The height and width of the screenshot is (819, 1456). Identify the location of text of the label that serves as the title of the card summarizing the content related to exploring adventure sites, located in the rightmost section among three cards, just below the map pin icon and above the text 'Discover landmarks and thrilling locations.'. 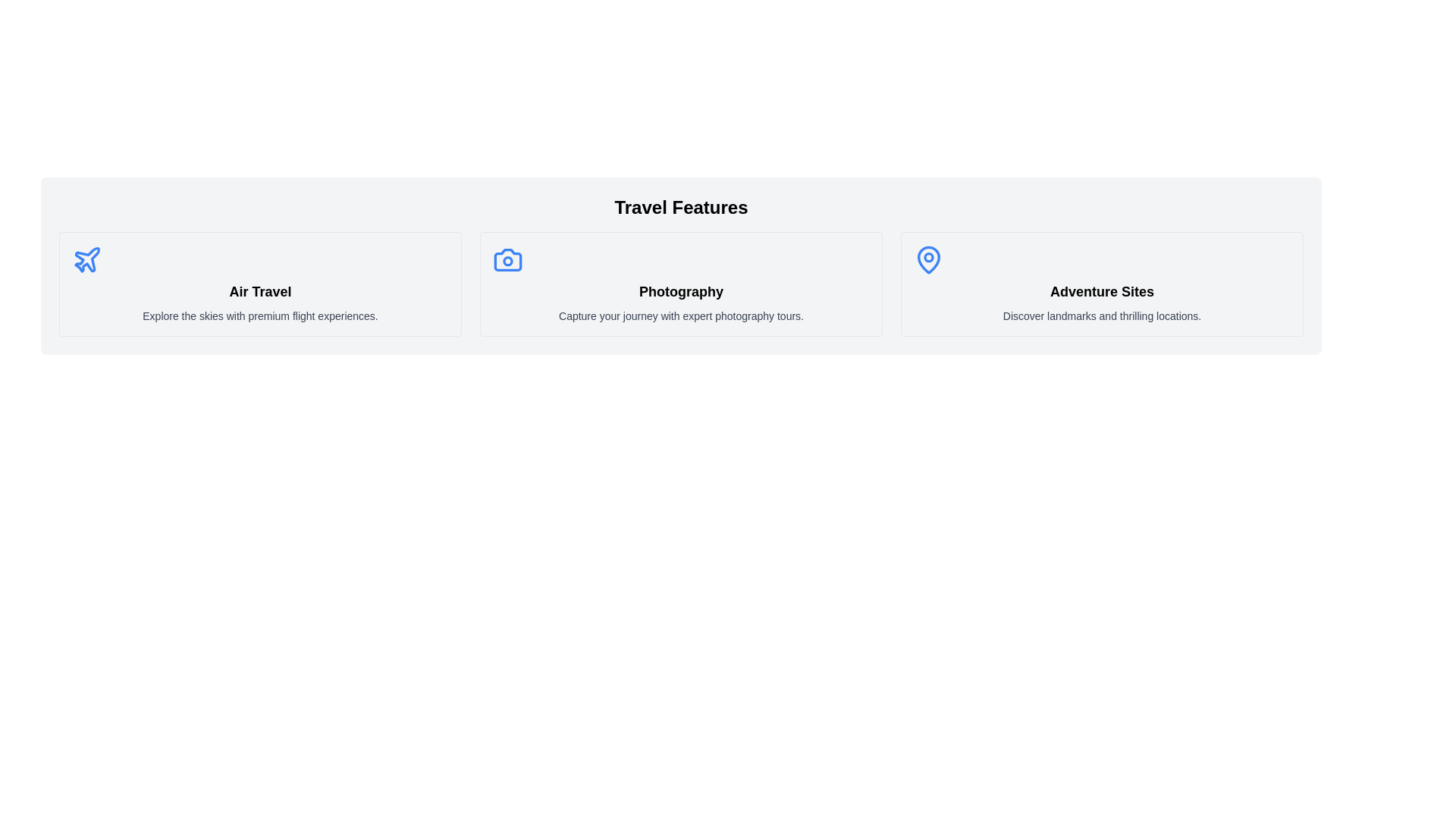
(1102, 292).